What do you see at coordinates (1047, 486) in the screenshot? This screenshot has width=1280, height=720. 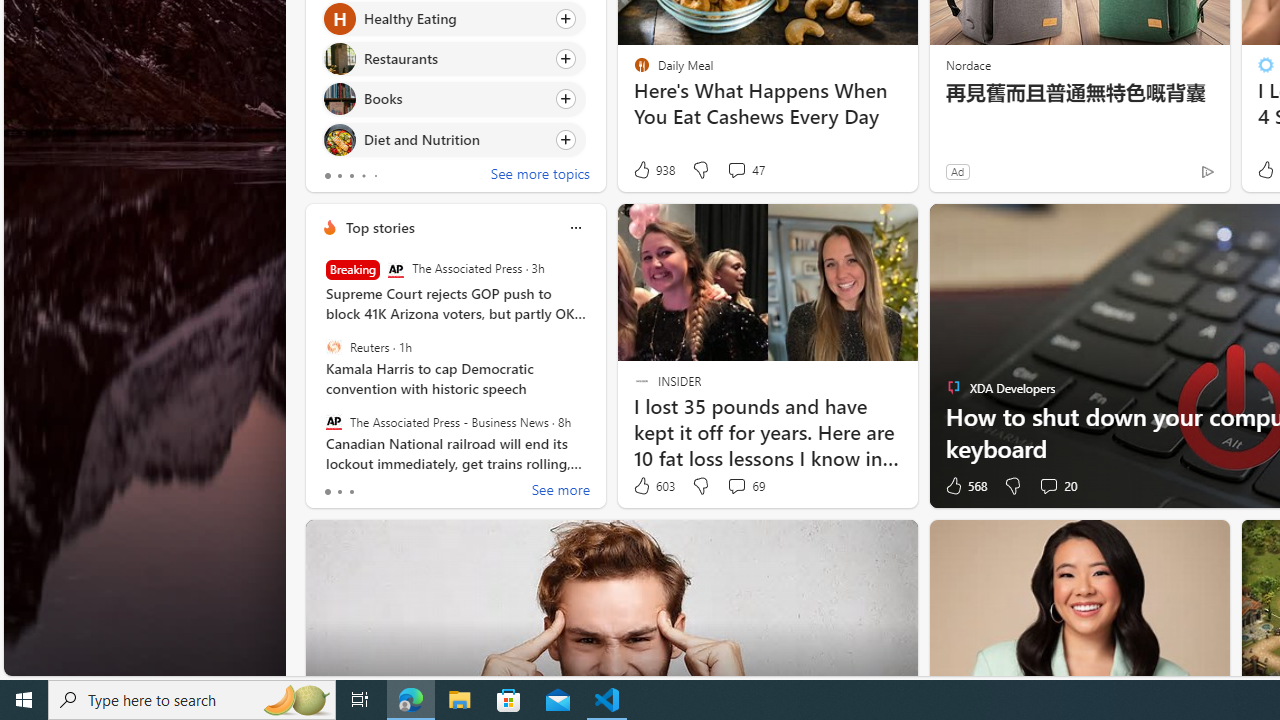 I see `'View comments 20 Comment'` at bounding box center [1047, 486].